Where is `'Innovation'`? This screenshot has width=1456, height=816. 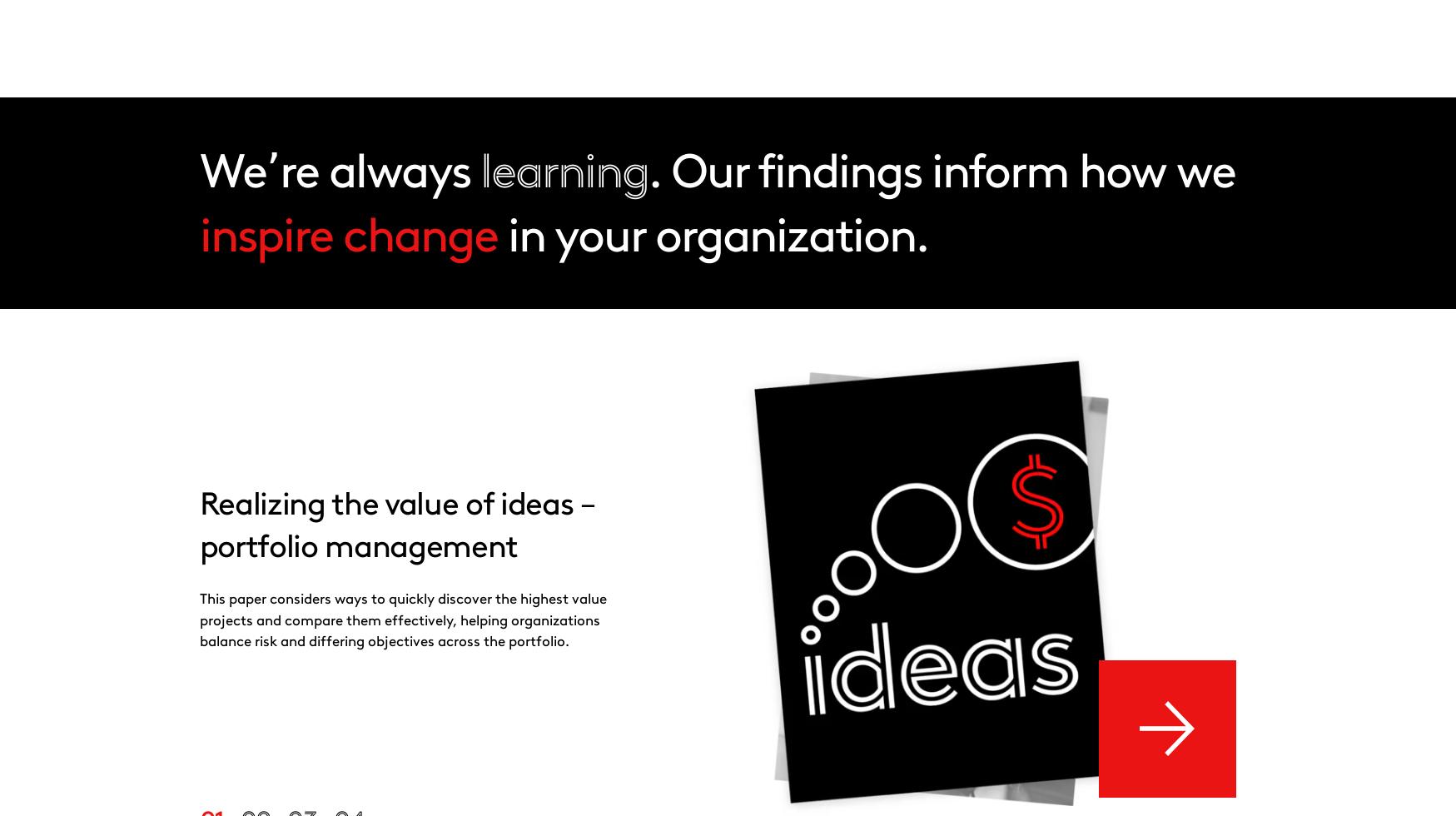 'Innovation' is located at coordinates (629, 7).